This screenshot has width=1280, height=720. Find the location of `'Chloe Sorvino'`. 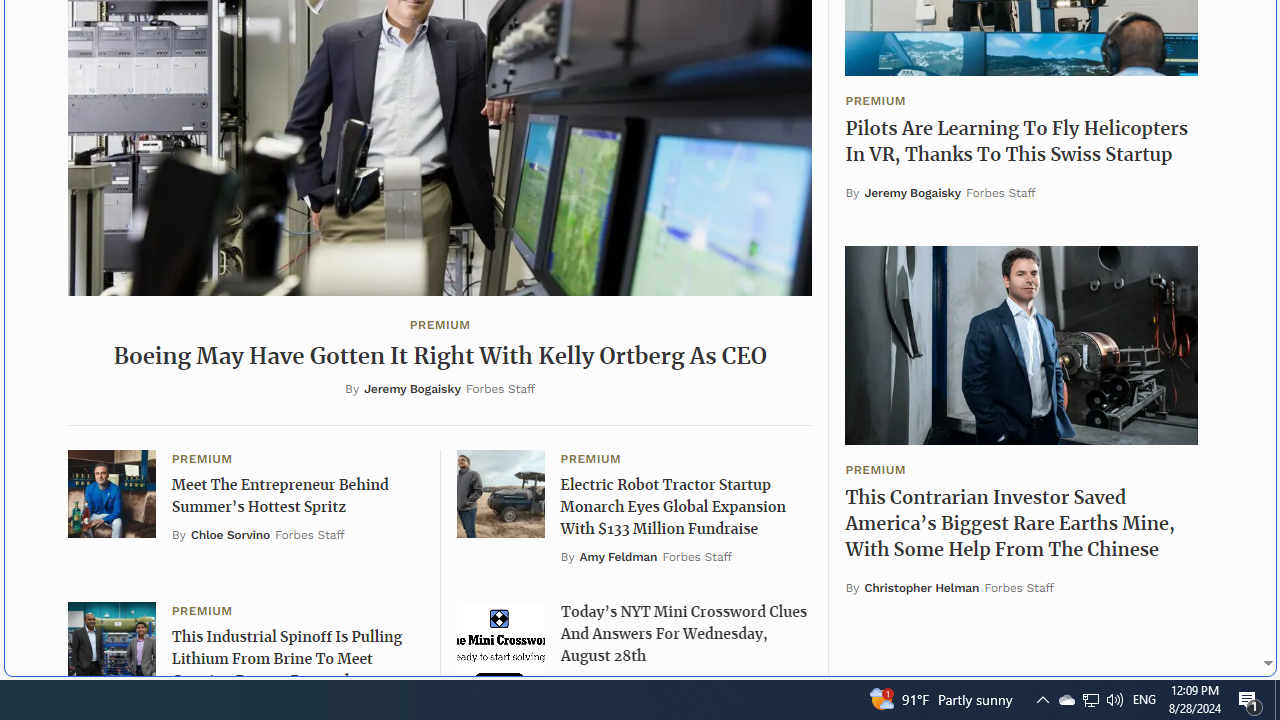

'Chloe Sorvino' is located at coordinates (230, 534).